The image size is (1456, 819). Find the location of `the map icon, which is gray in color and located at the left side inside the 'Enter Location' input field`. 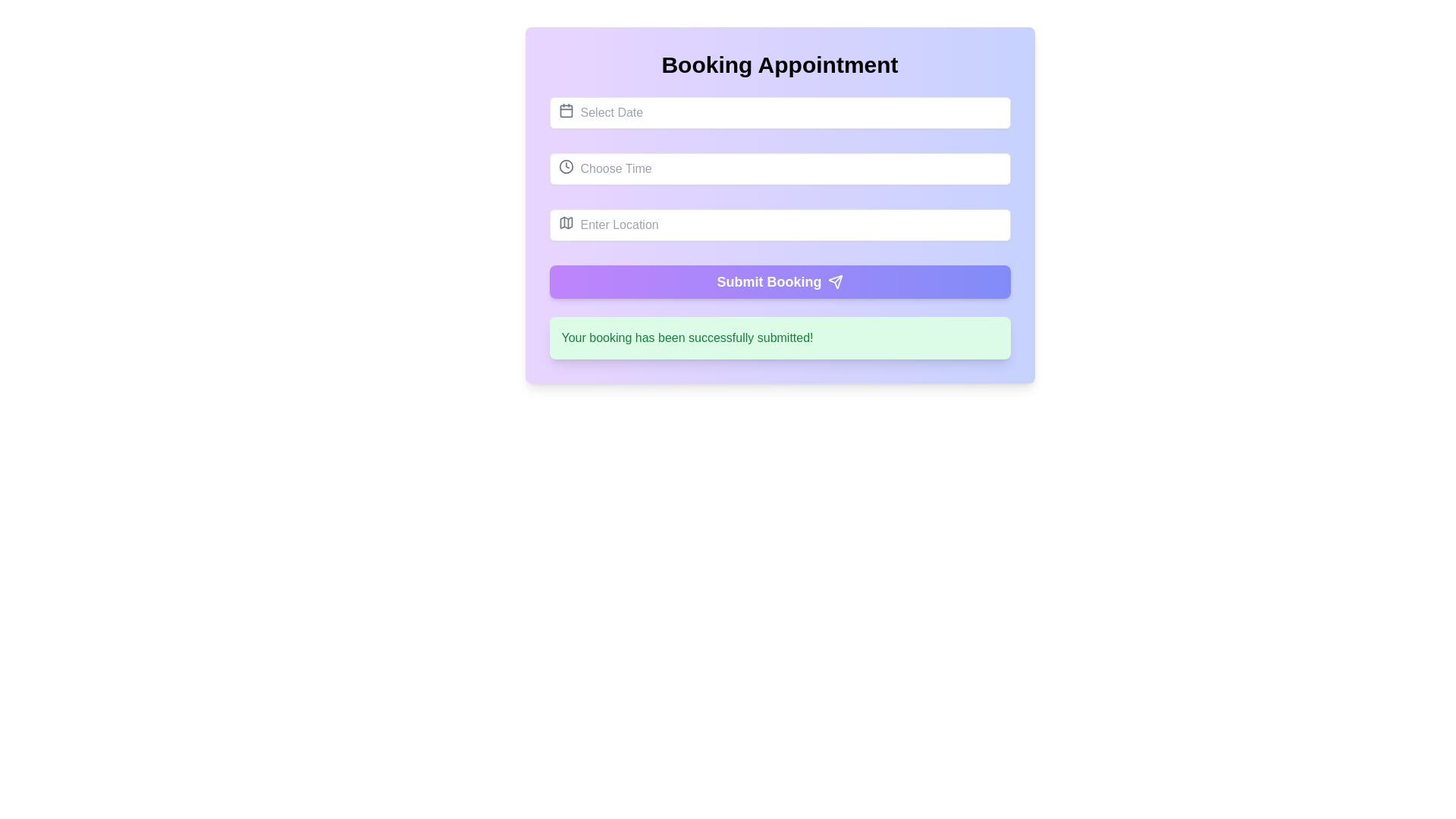

the map icon, which is gray in color and located at the left side inside the 'Enter Location' input field is located at coordinates (565, 222).